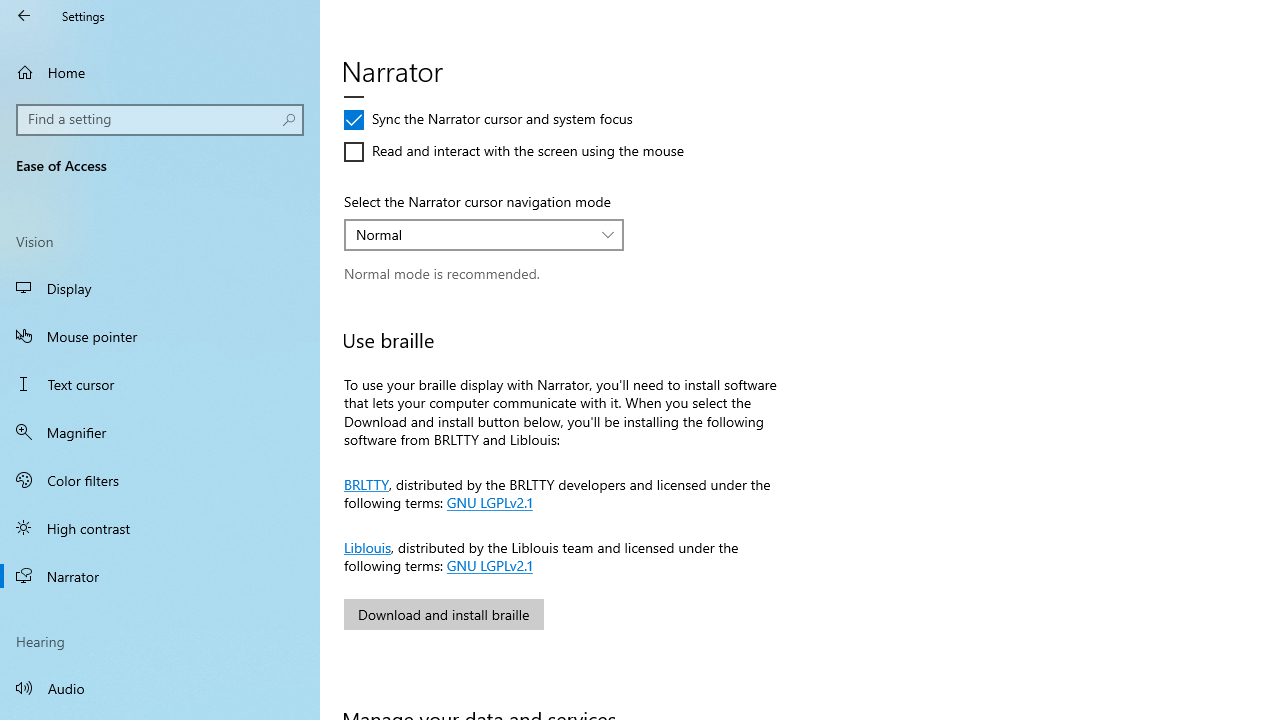  What do you see at coordinates (160, 686) in the screenshot?
I see `'Audio'` at bounding box center [160, 686].